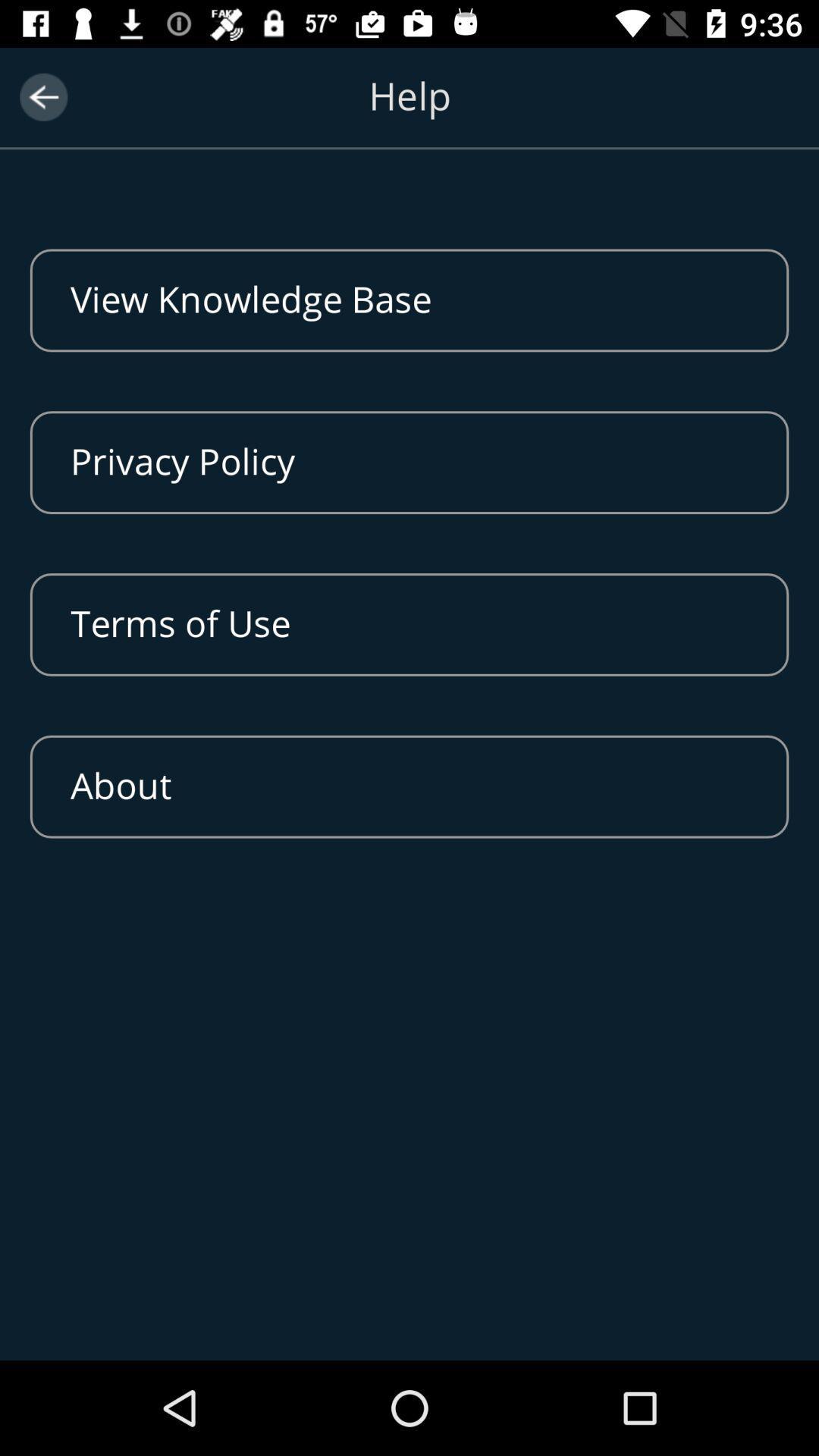  Describe the element at coordinates (42, 96) in the screenshot. I see `the arrow_backward icon` at that location.